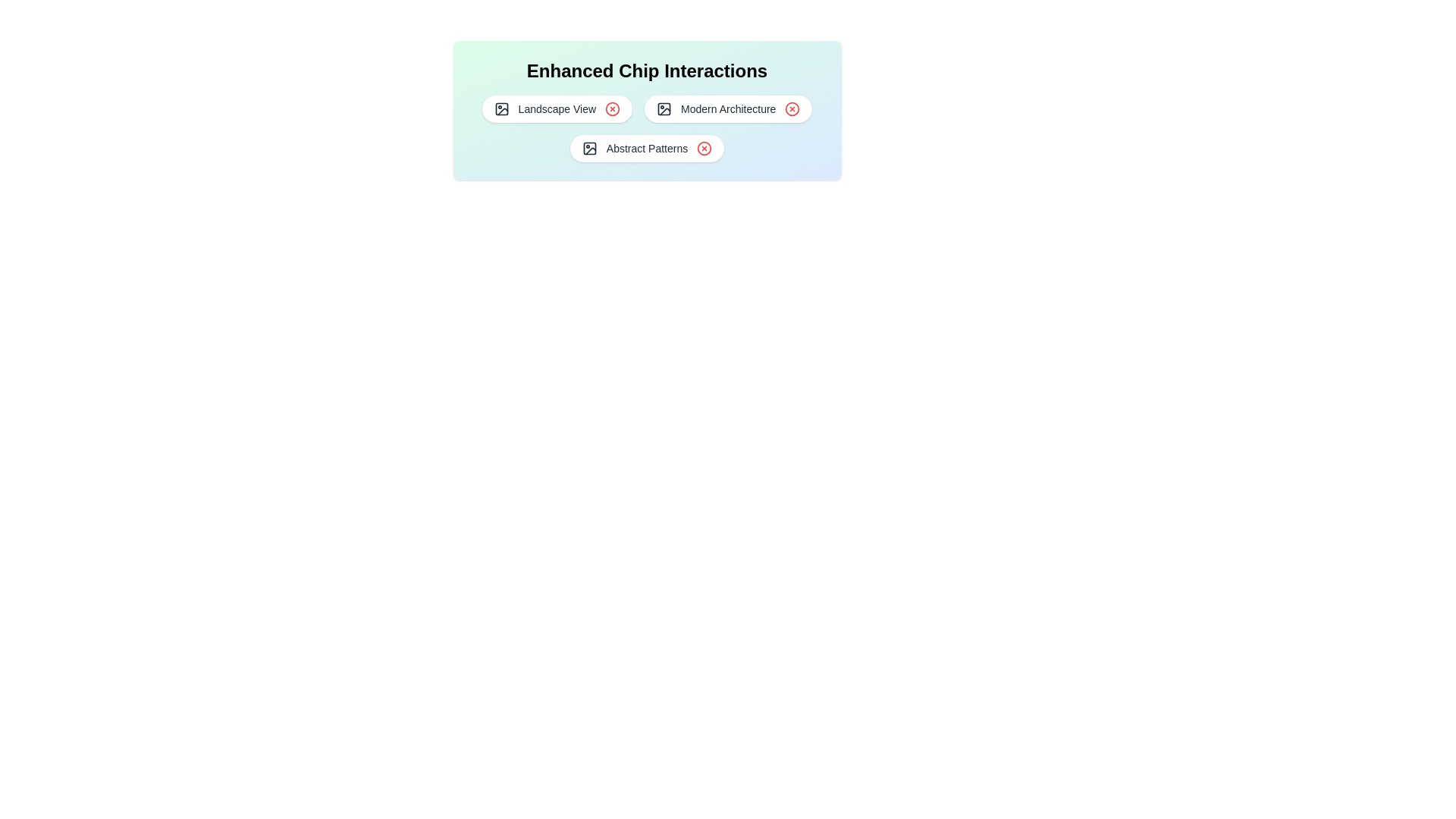 The width and height of the screenshot is (1456, 819). What do you see at coordinates (588, 149) in the screenshot?
I see `the icon of the chip labeled Abstract Patterns` at bounding box center [588, 149].